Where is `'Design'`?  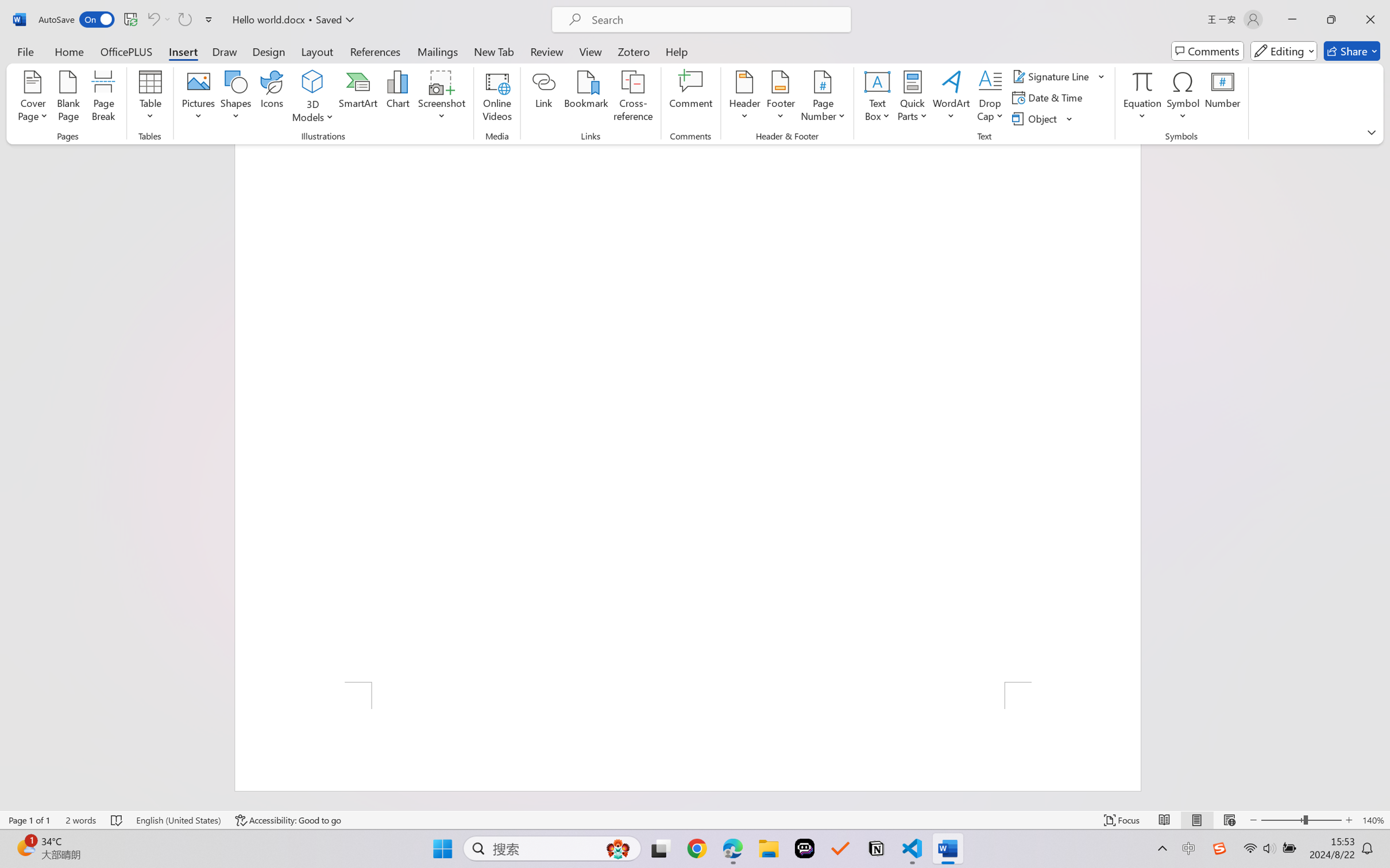 'Design' is located at coordinates (268, 51).